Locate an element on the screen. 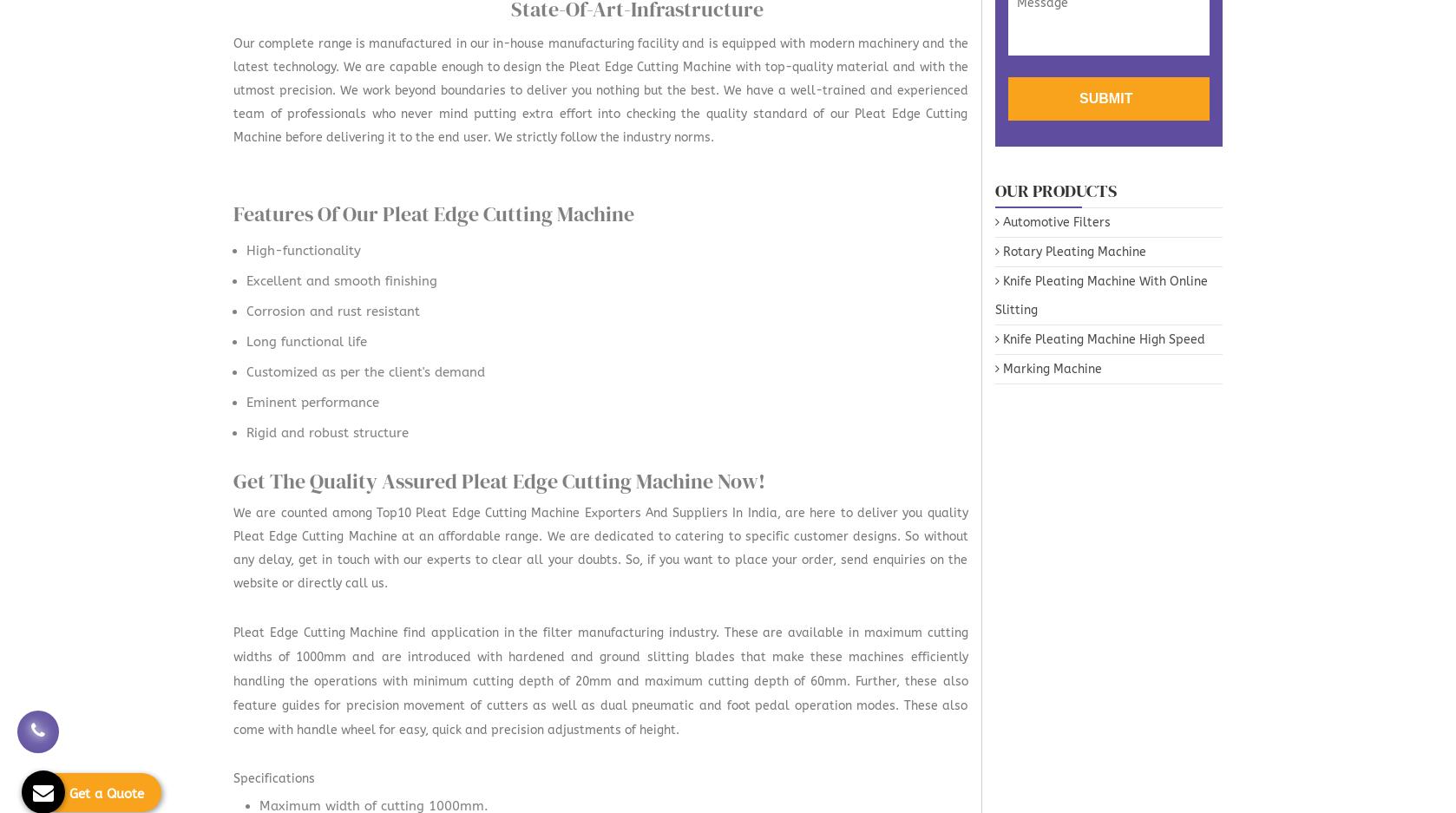 The height and width of the screenshot is (813, 1456). 'Get a Quote' is located at coordinates (106, 793).